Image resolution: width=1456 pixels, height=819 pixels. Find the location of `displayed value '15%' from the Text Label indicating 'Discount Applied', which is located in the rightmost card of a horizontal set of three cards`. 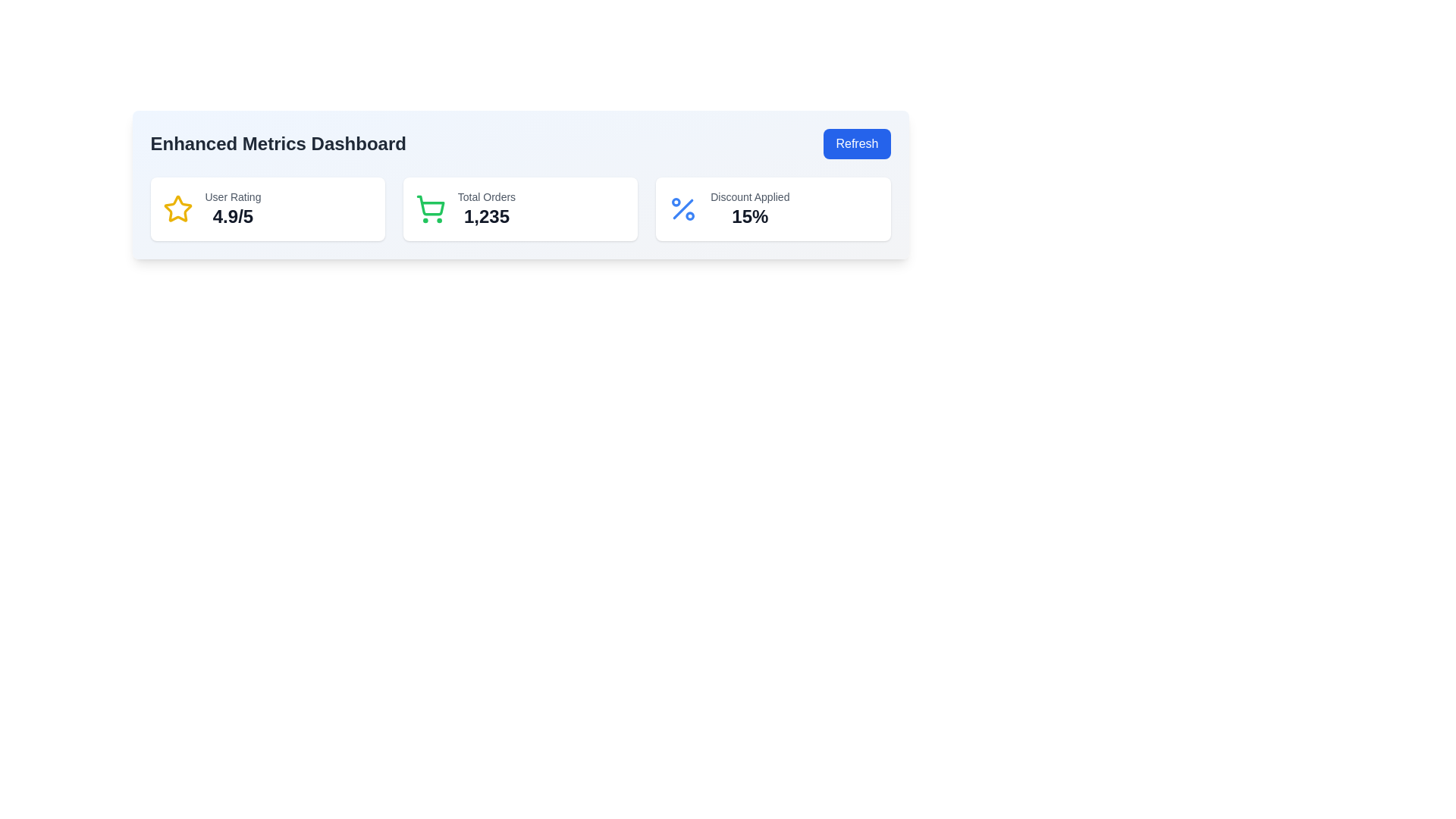

displayed value '15%' from the Text Label indicating 'Discount Applied', which is located in the rightmost card of a horizontal set of three cards is located at coordinates (750, 209).